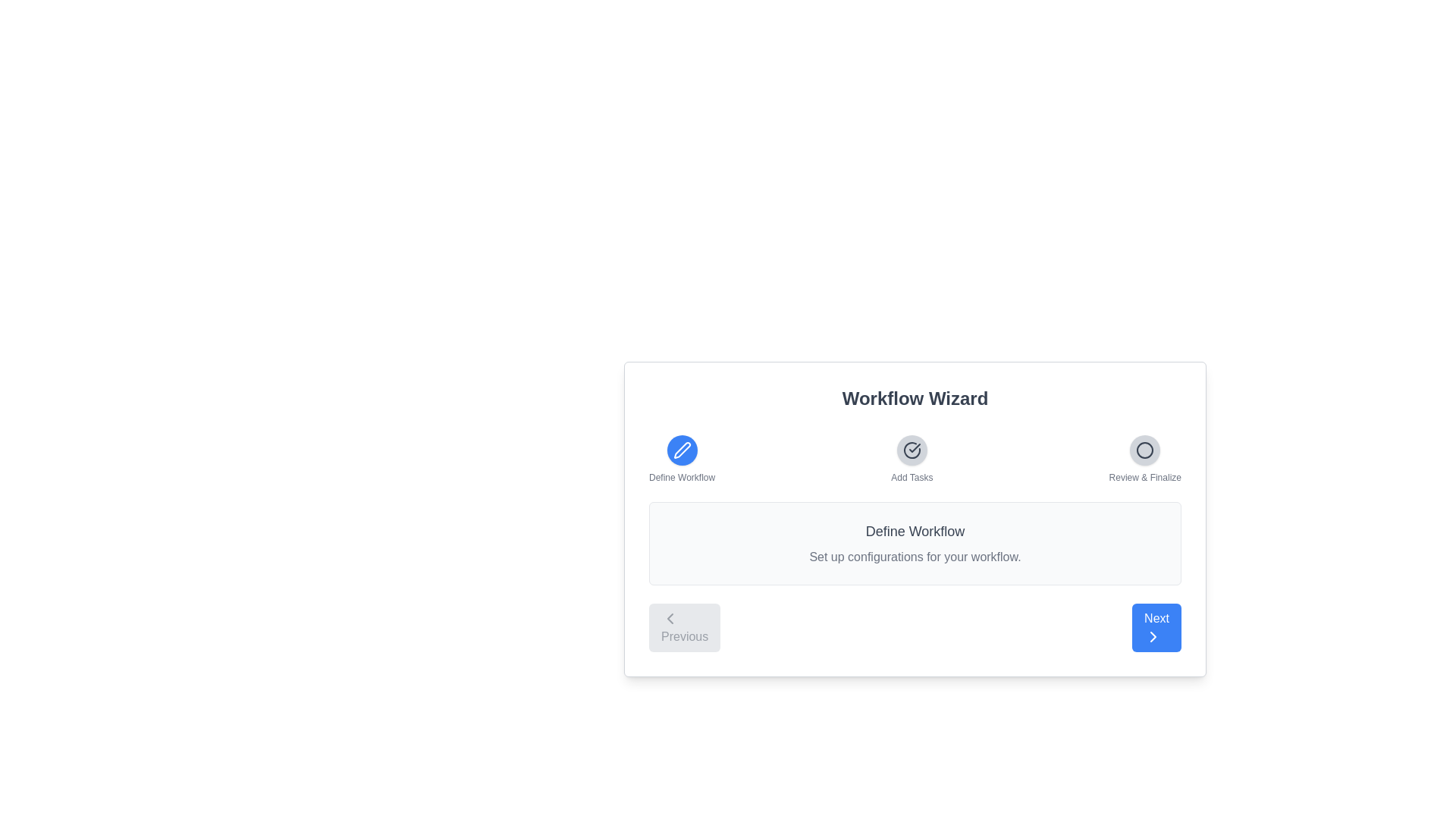 Image resolution: width=1456 pixels, height=819 pixels. Describe the element at coordinates (914, 458) in the screenshot. I see `the second step indicator labeled 'Add Tasks' for additional details in the Workflow Wizard component` at that location.